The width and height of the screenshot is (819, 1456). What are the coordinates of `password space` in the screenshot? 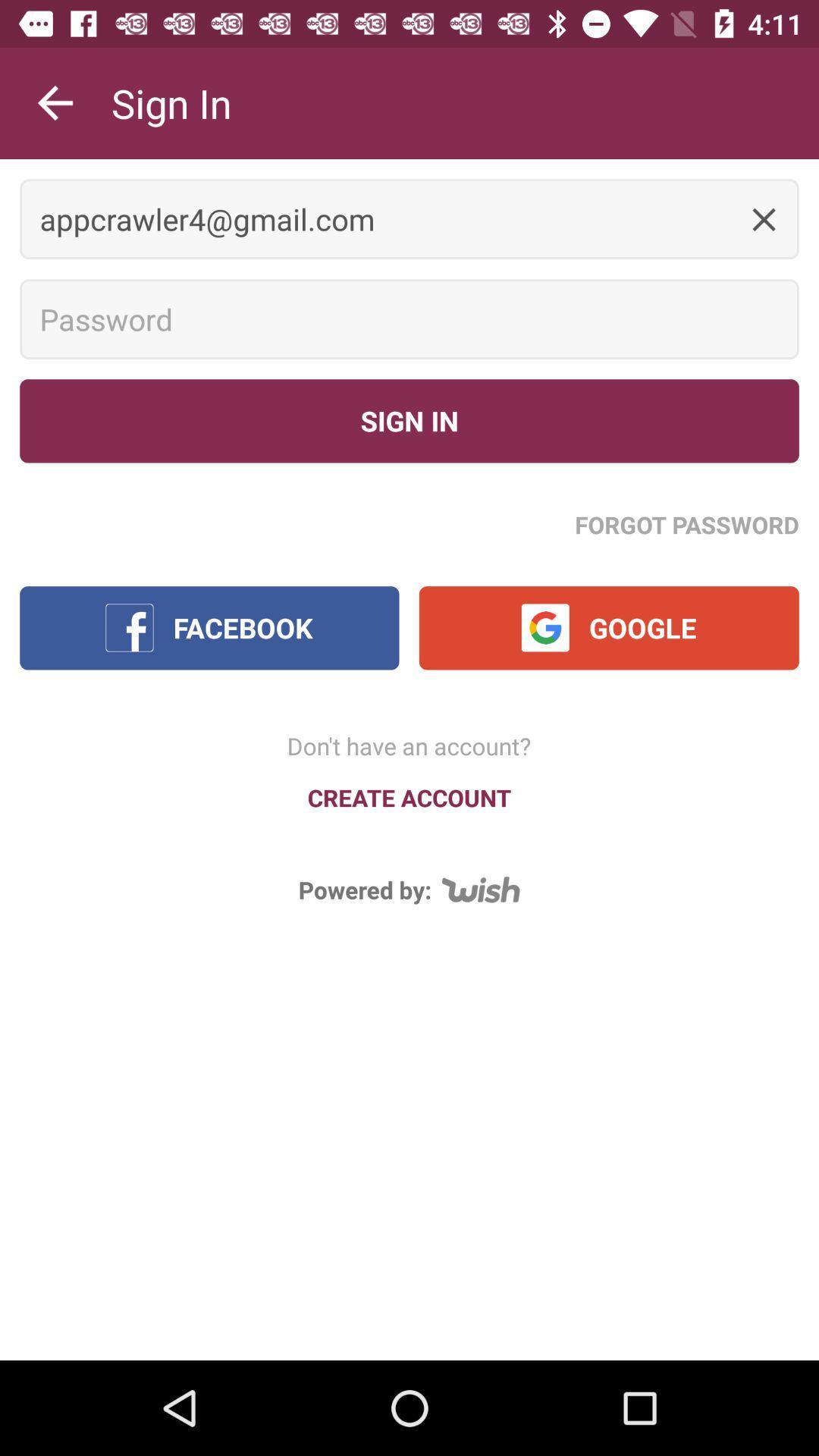 It's located at (409, 318).